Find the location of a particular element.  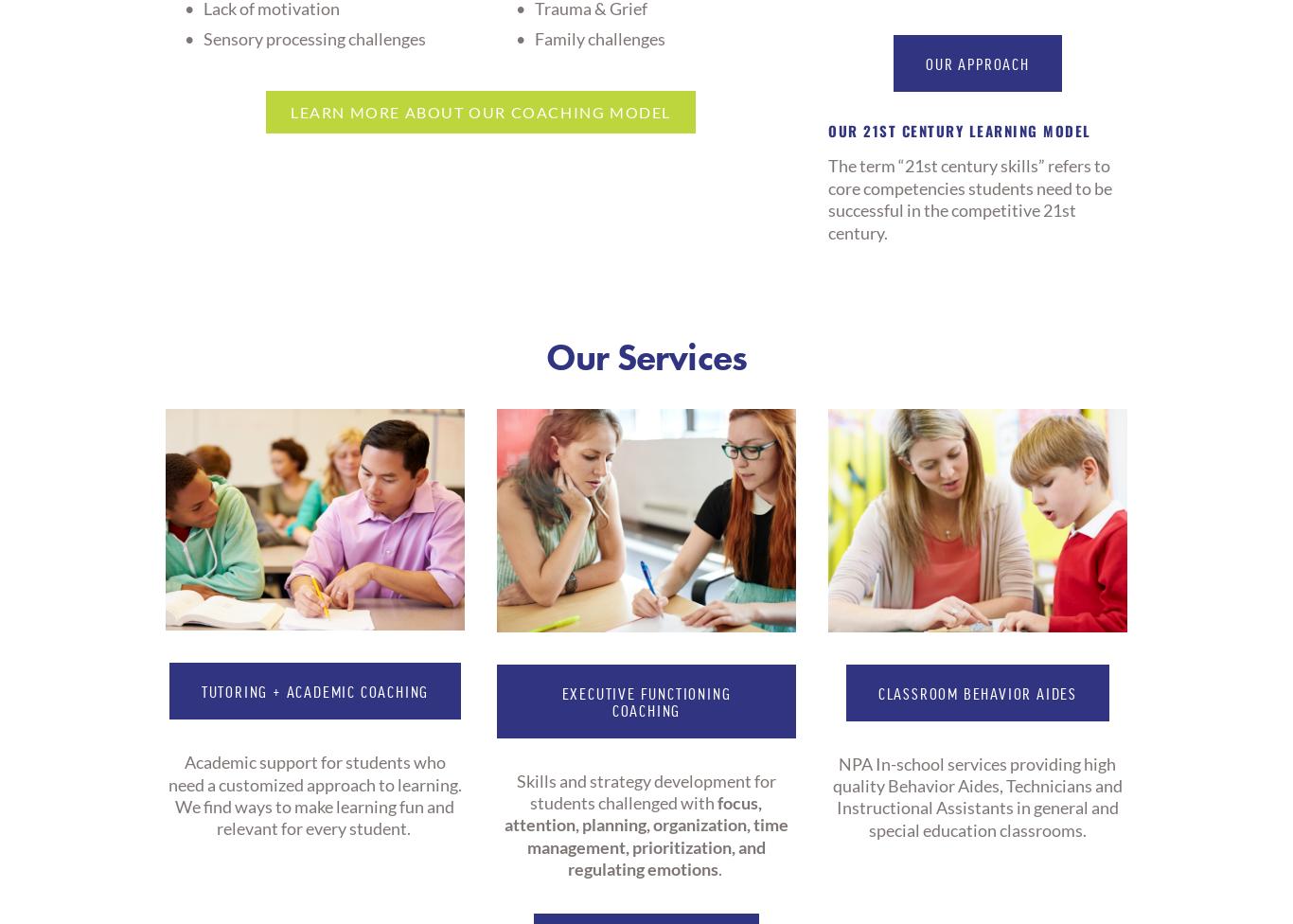

'NPA In-school services providing high quality Behavior Aides, Technicians and Instructional Assistants in general and special education classrooms.' is located at coordinates (831, 796).